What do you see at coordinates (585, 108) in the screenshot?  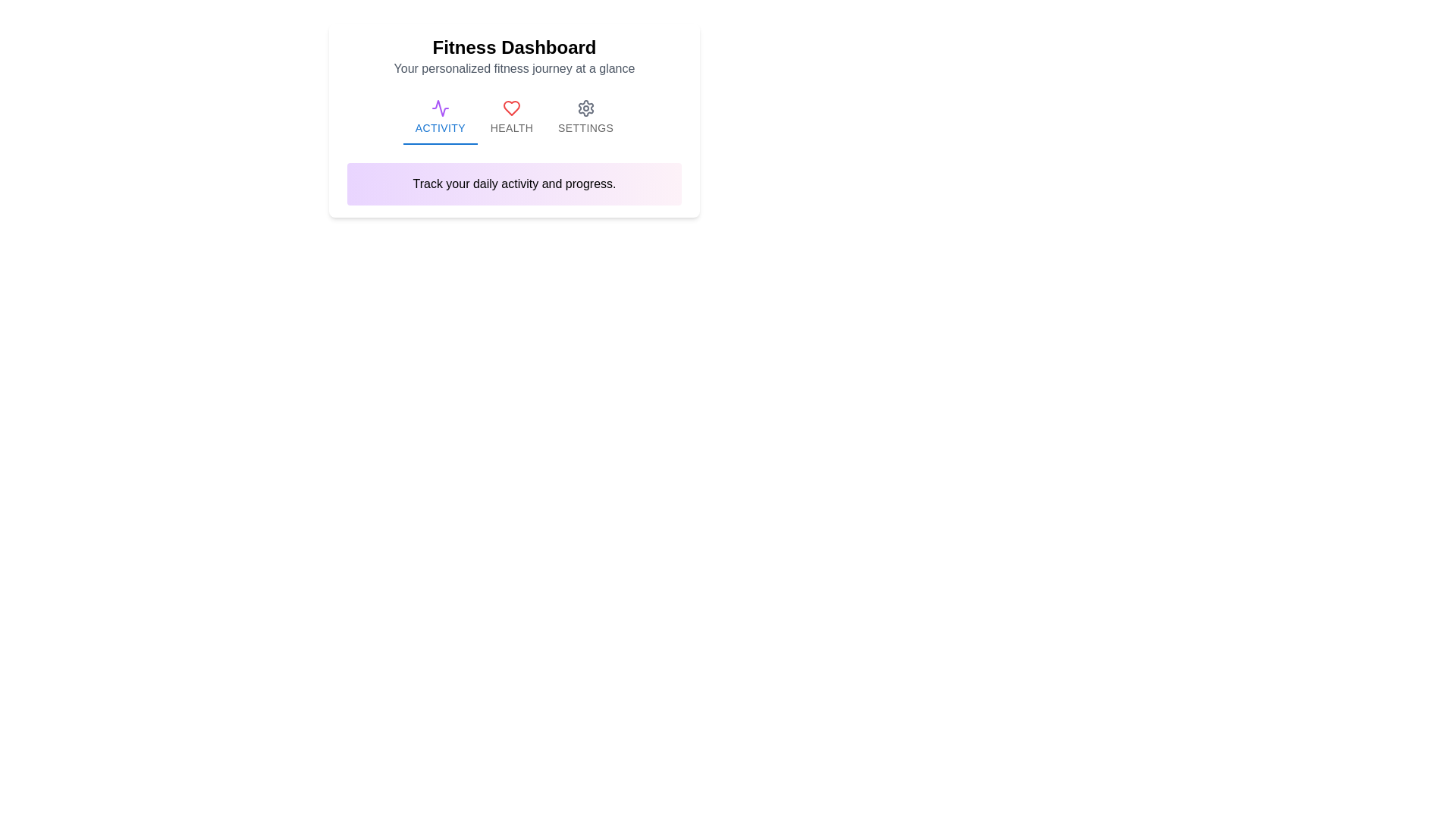 I see `the gear-shaped icon in the 'SETTINGS' tab of the Fitness Dashboard` at bounding box center [585, 108].